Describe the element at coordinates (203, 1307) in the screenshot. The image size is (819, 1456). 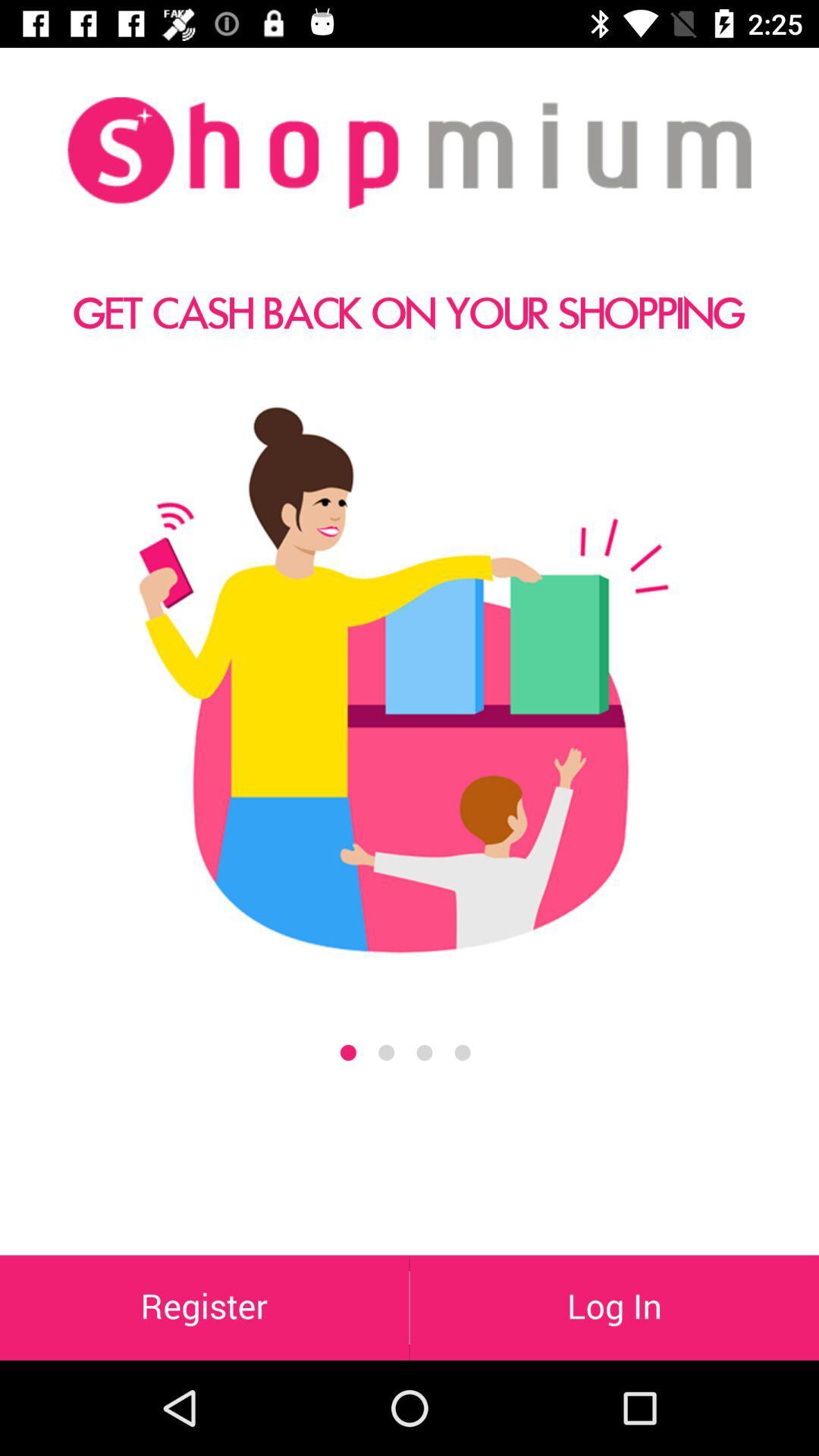
I see `the register icon` at that location.